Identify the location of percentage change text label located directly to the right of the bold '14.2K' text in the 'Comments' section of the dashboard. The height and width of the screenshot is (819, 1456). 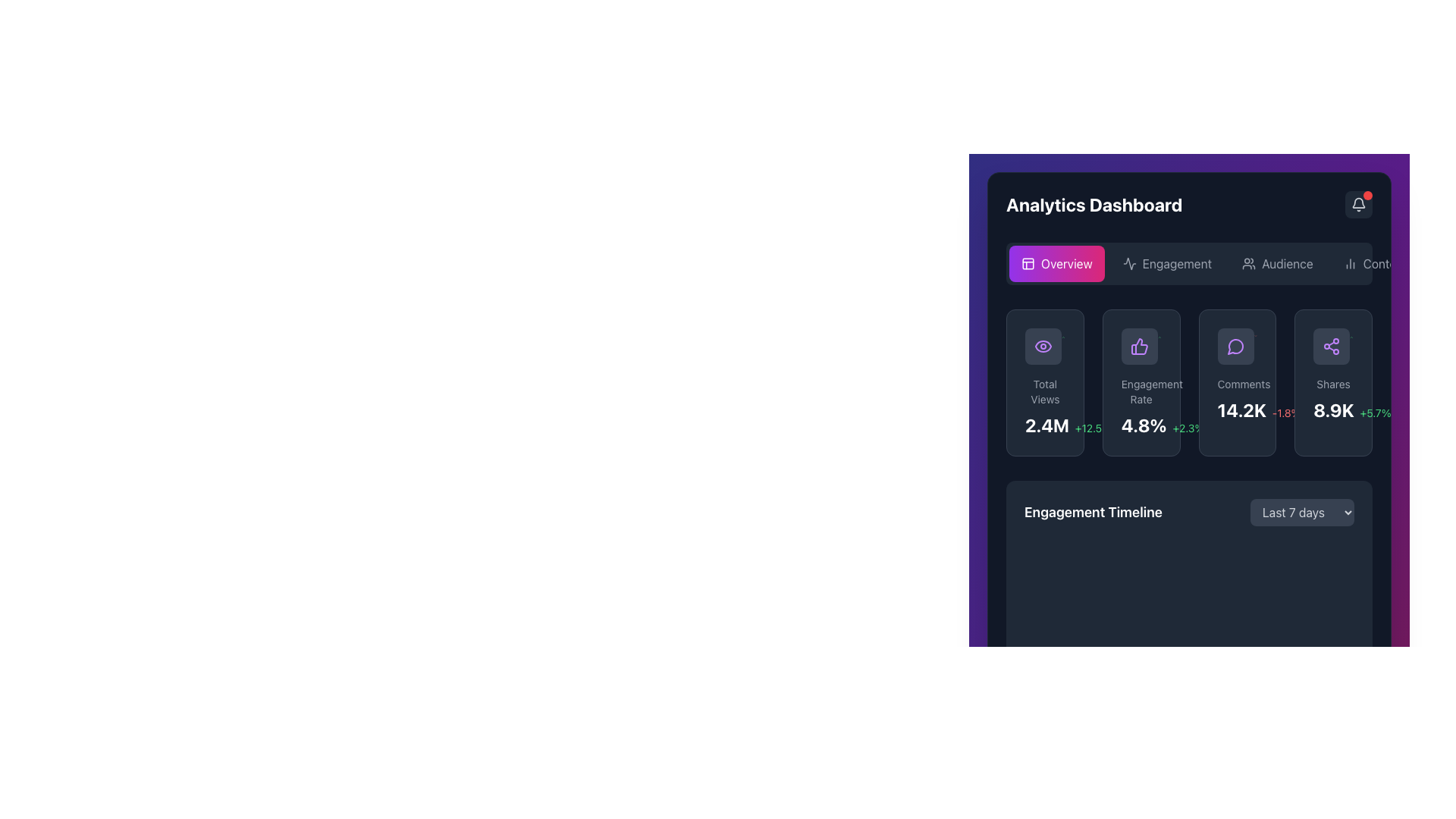
(1285, 413).